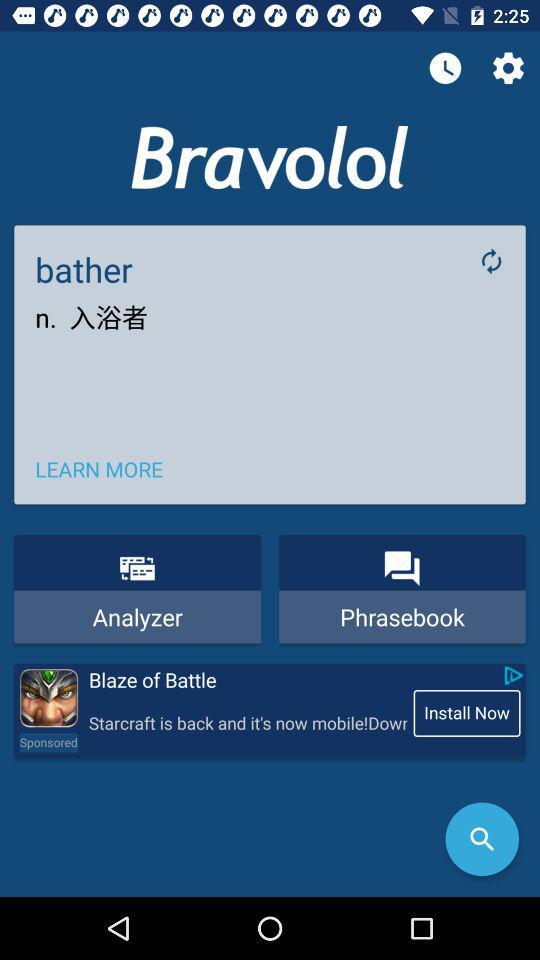  What do you see at coordinates (48, 741) in the screenshot?
I see `the icon to the left of the starcraft is back` at bounding box center [48, 741].